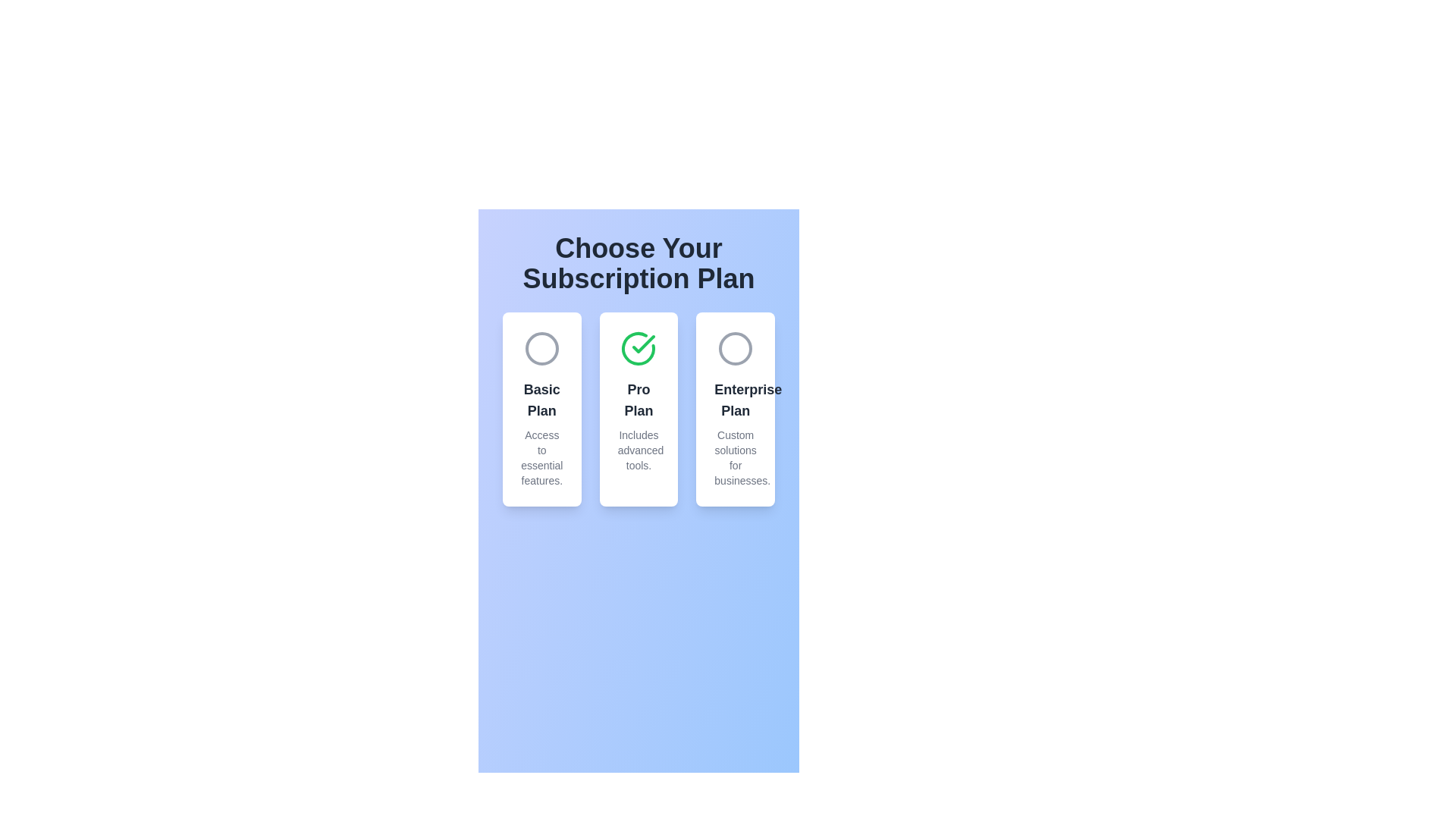 Image resolution: width=1456 pixels, height=819 pixels. What do you see at coordinates (736, 348) in the screenshot?
I see `the plan identified by Enterprise Plan` at bounding box center [736, 348].